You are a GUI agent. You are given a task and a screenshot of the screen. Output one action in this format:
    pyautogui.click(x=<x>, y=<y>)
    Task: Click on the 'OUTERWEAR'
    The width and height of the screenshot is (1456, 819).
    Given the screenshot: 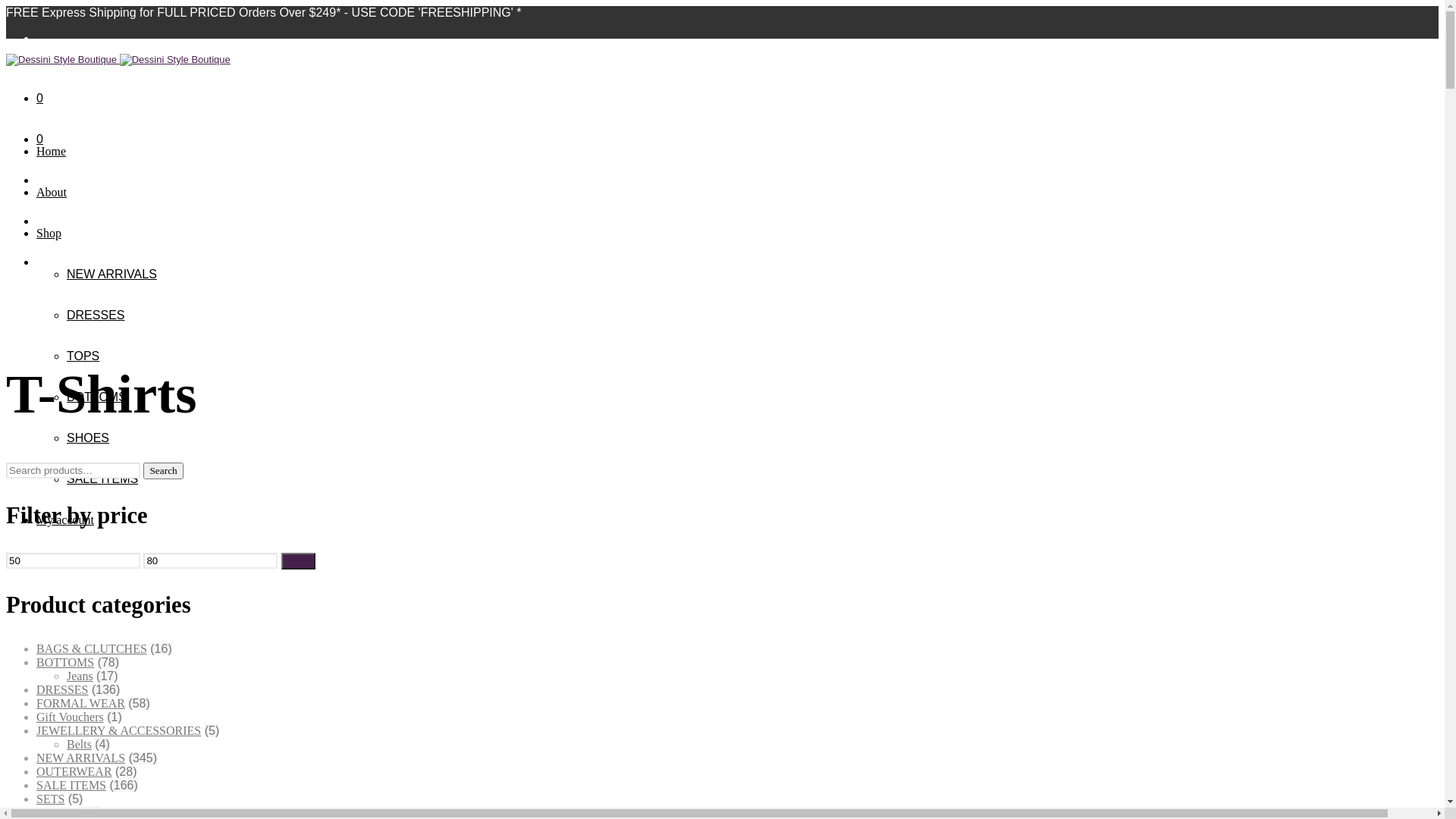 What is the action you would take?
    pyautogui.click(x=73, y=771)
    